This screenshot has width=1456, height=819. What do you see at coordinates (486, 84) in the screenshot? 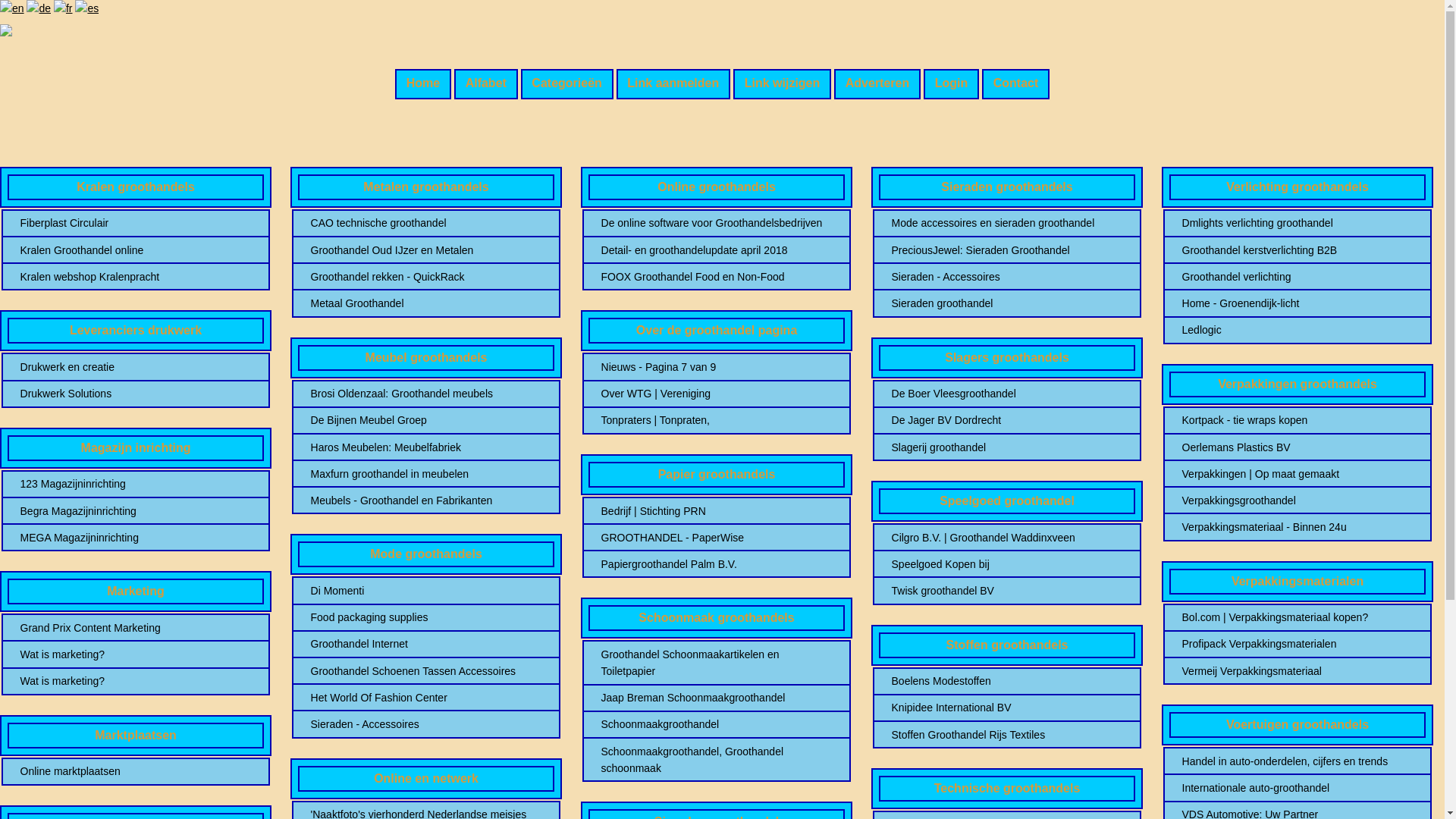
I see `'Alfabet'` at bounding box center [486, 84].